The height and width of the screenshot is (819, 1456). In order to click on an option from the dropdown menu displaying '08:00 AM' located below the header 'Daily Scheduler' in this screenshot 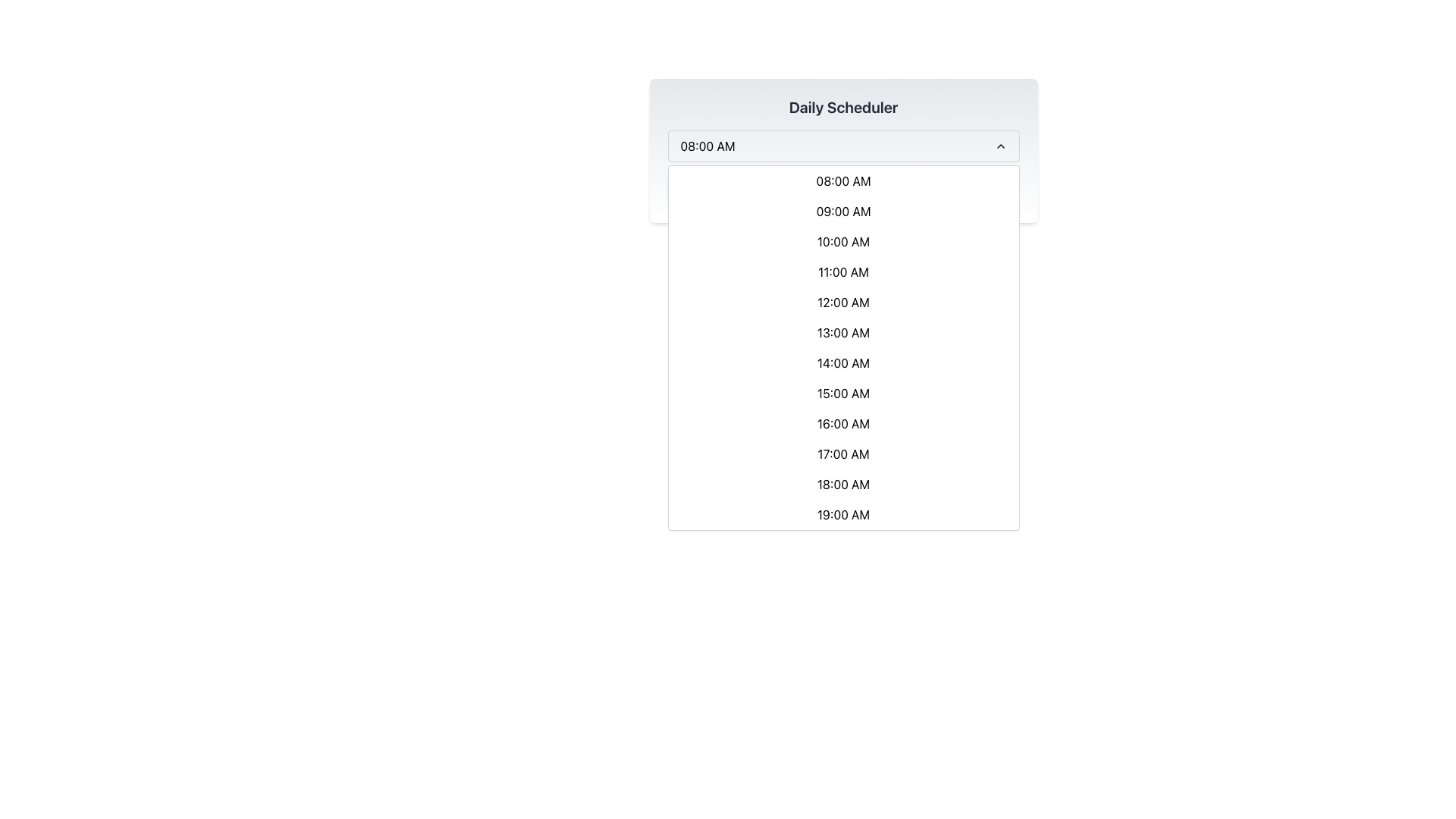, I will do `click(843, 146)`.